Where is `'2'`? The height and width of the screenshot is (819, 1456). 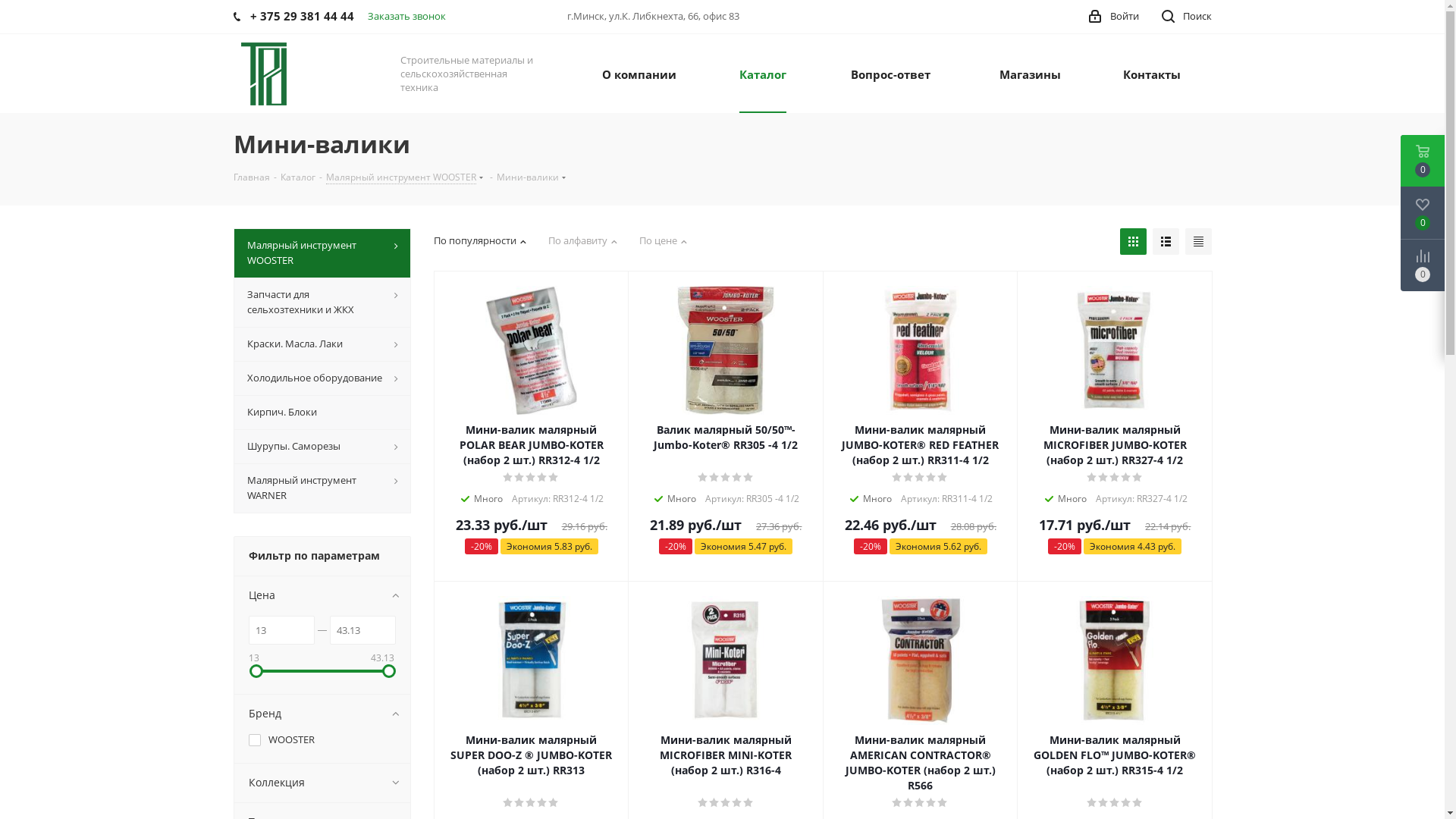
'2' is located at coordinates (519, 476).